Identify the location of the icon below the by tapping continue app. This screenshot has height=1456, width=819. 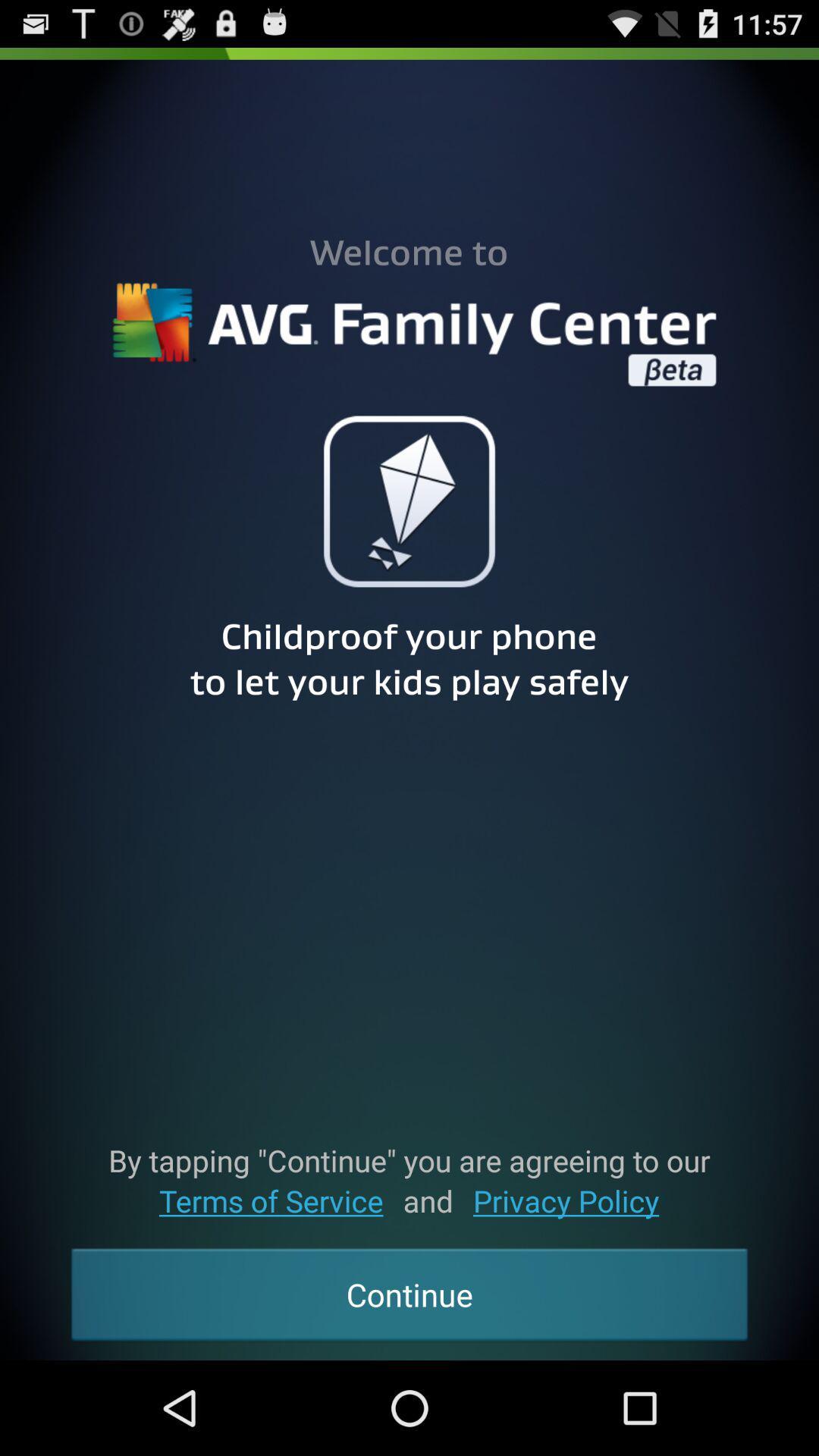
(566, 1200).